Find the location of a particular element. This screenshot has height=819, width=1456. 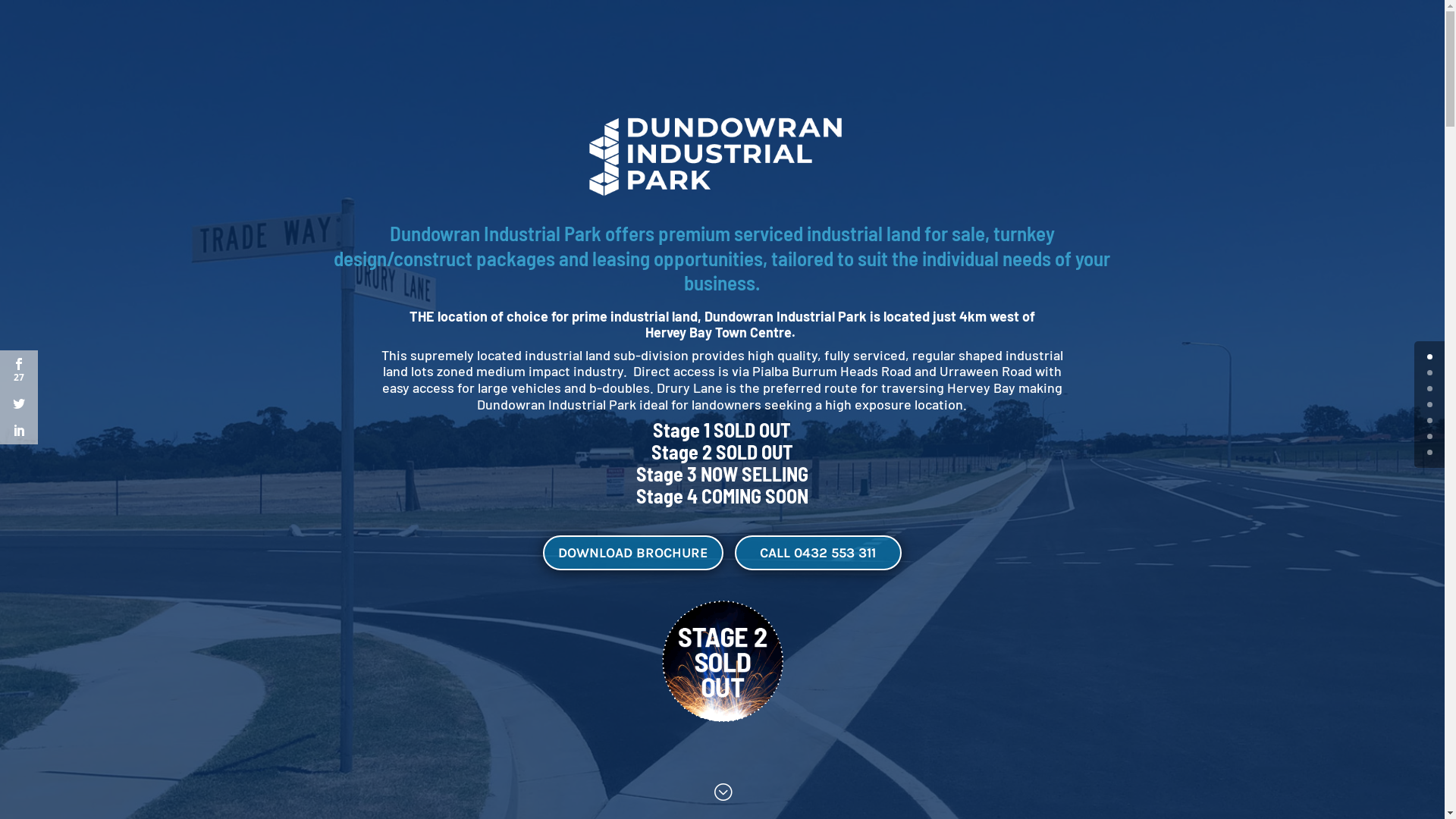

'5' is located at coordinates (1429, 436).